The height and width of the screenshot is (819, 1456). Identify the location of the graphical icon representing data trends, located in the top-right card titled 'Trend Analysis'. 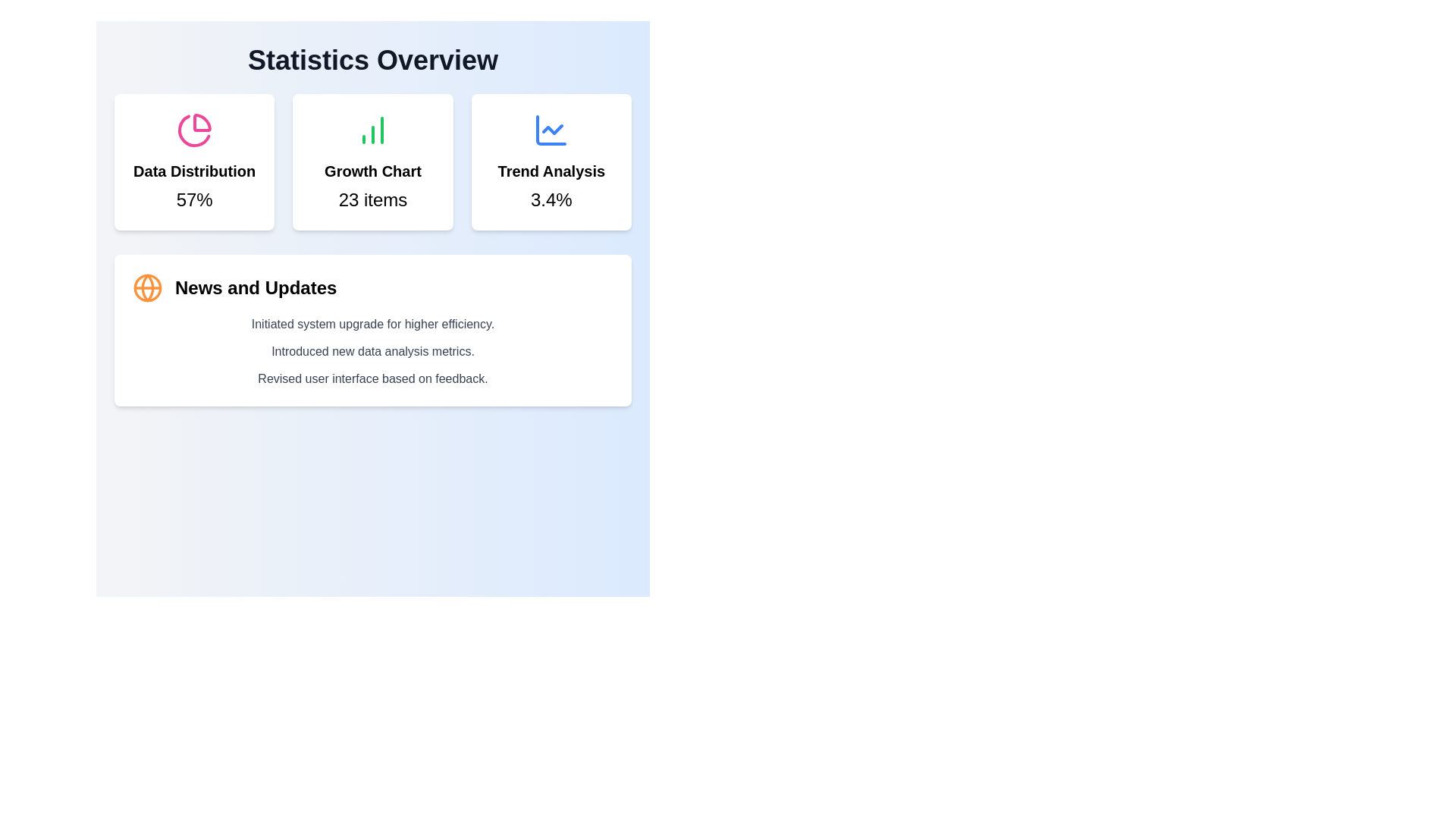
(551, 130).